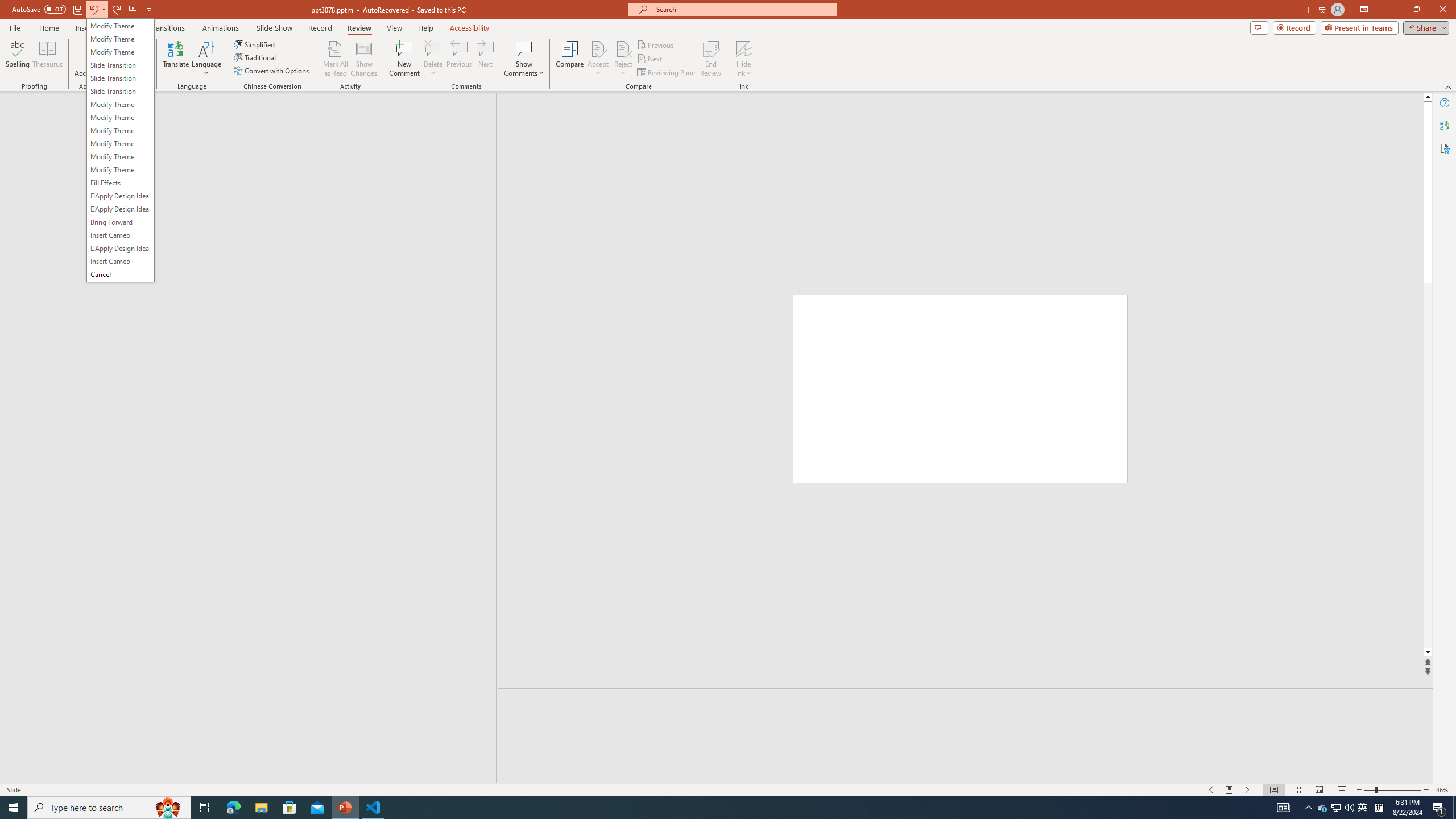 Image resolution: width=1456 pixels, height=819 pixels. Describe the element at coordinates (524, 48) in the screenshot. I see `'Show Comments'` at that location.